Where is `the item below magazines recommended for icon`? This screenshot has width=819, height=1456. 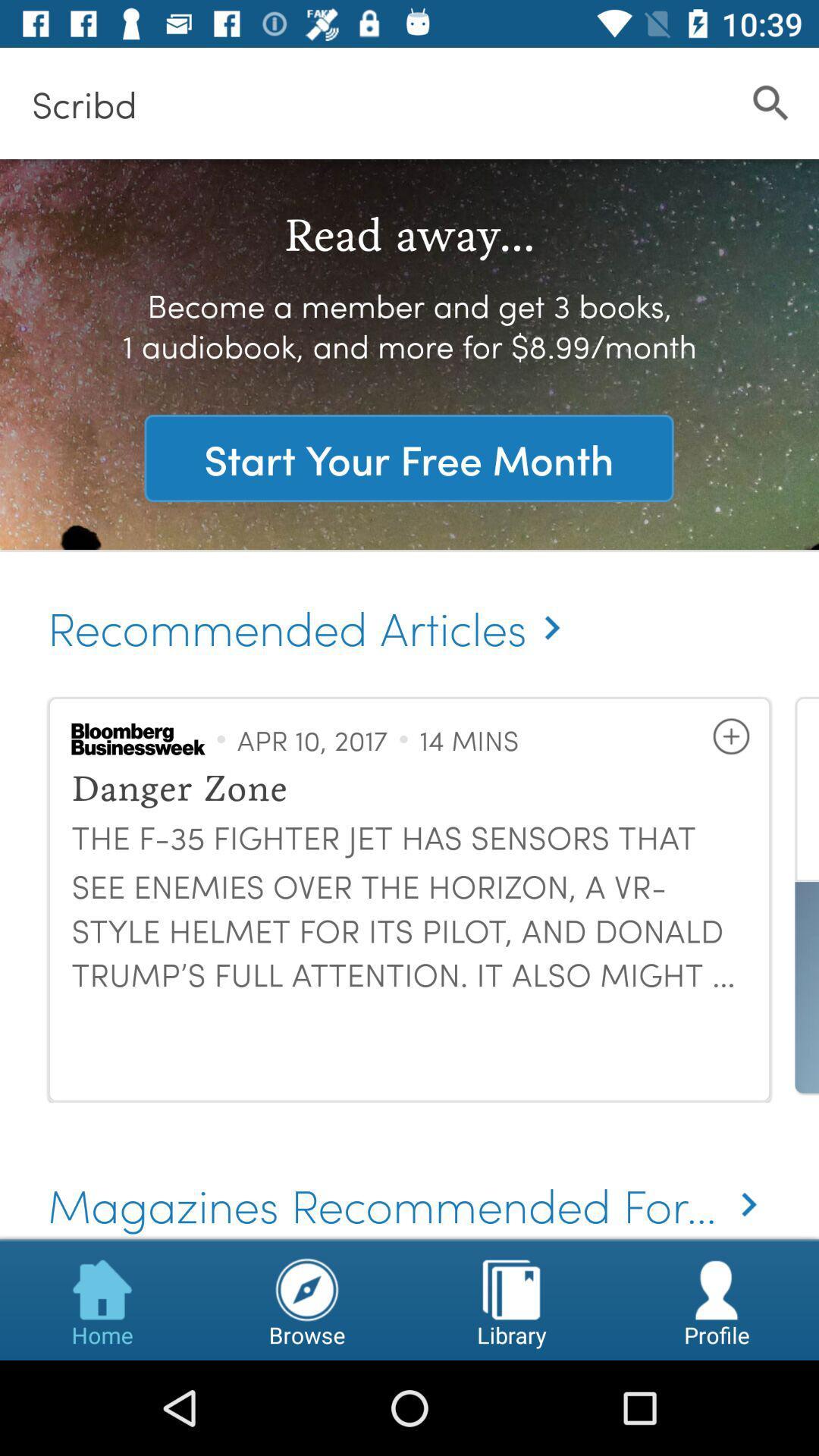 the item below magazines recommended for icon is located at coordinates (307, 1300).